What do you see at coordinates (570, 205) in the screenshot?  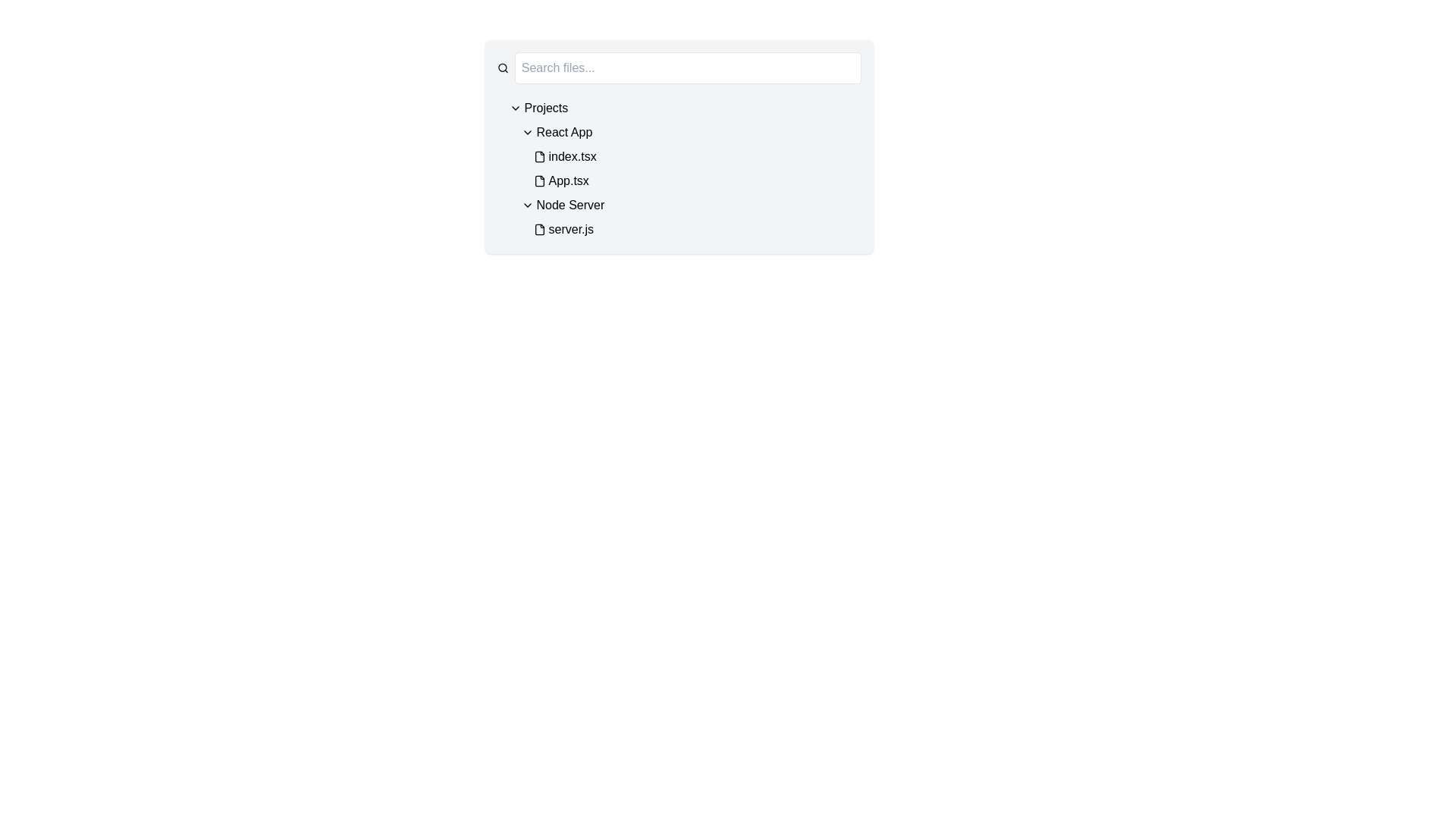 I see `the 'Node Server' text label in the File Tree` at bounding box center [570, 205].